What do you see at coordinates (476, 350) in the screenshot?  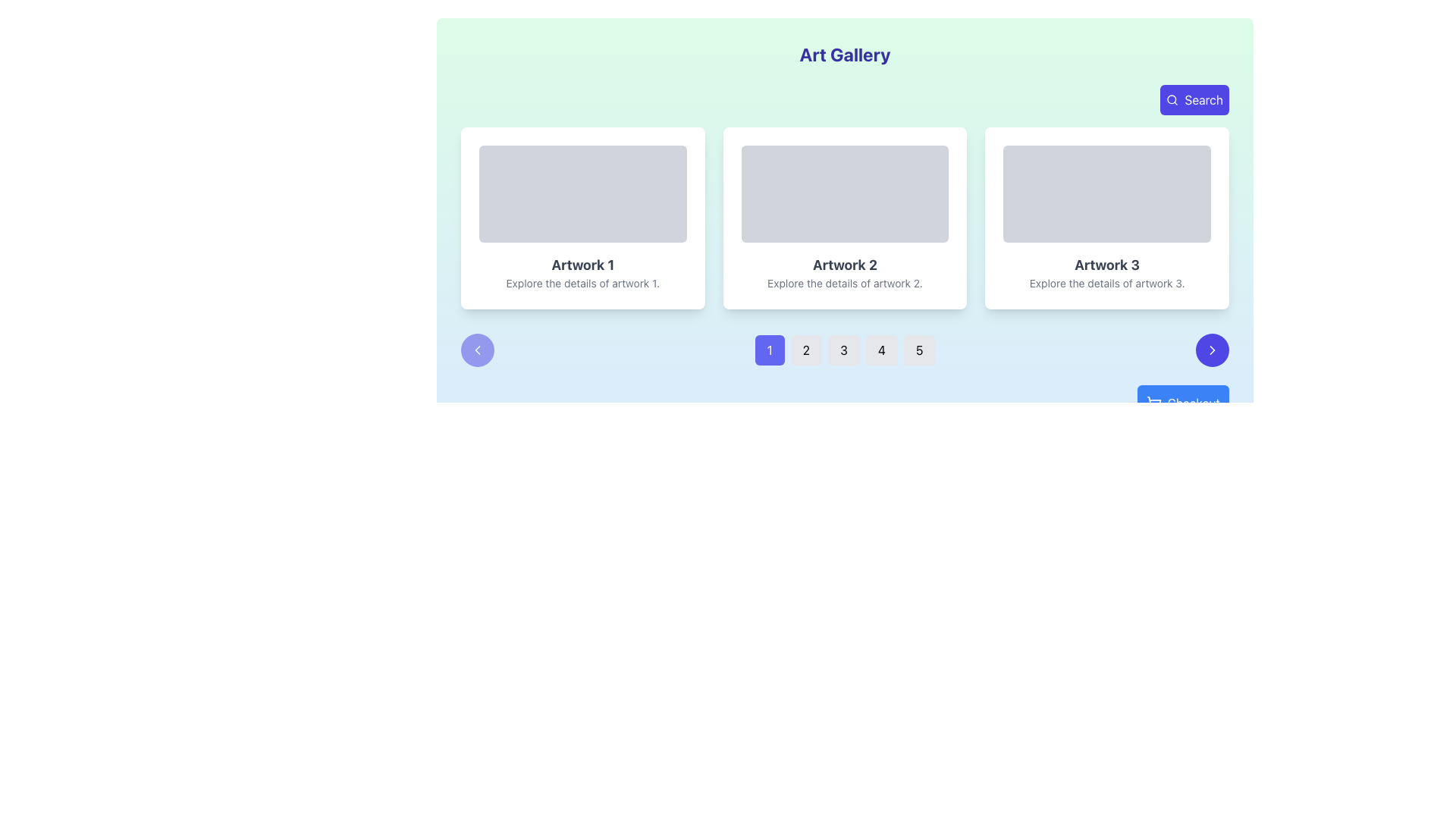 I see `the Chevron Icon located in the bottom left corner of the interface` at bounding box center [476, 350].